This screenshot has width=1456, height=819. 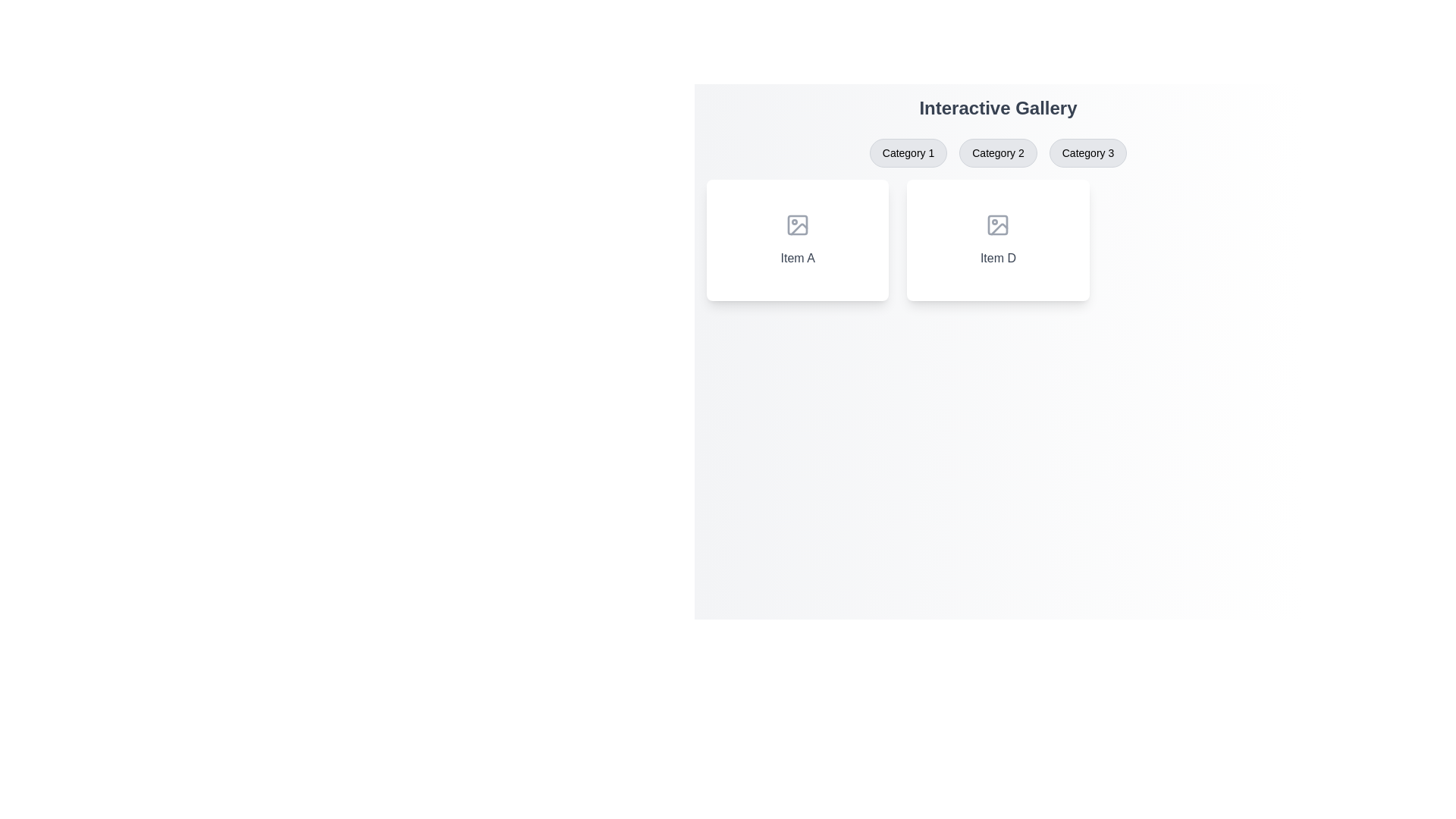 What do you see at coordinates (998, 239) in the screenshot?
I see `the card labeled 'Item D' in the second column under 'Interactive Gallery'` at bounding box center [998, 239].